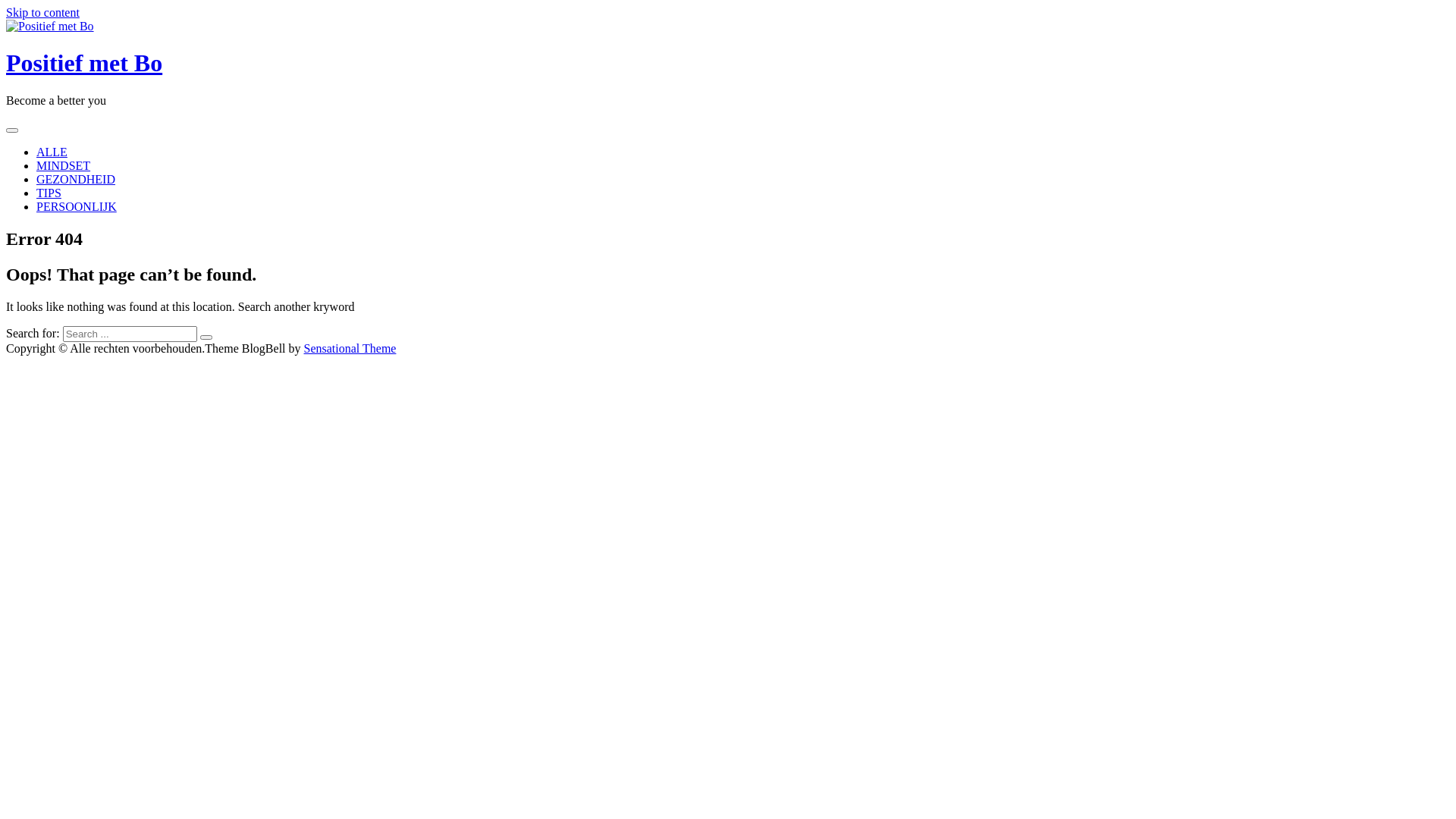 This screenshot has height=819, width=1456. What do you see at coordinates (83, 62) in the screenshot?
I see `'Positief met Bo'` at bounding box center [83, 62].